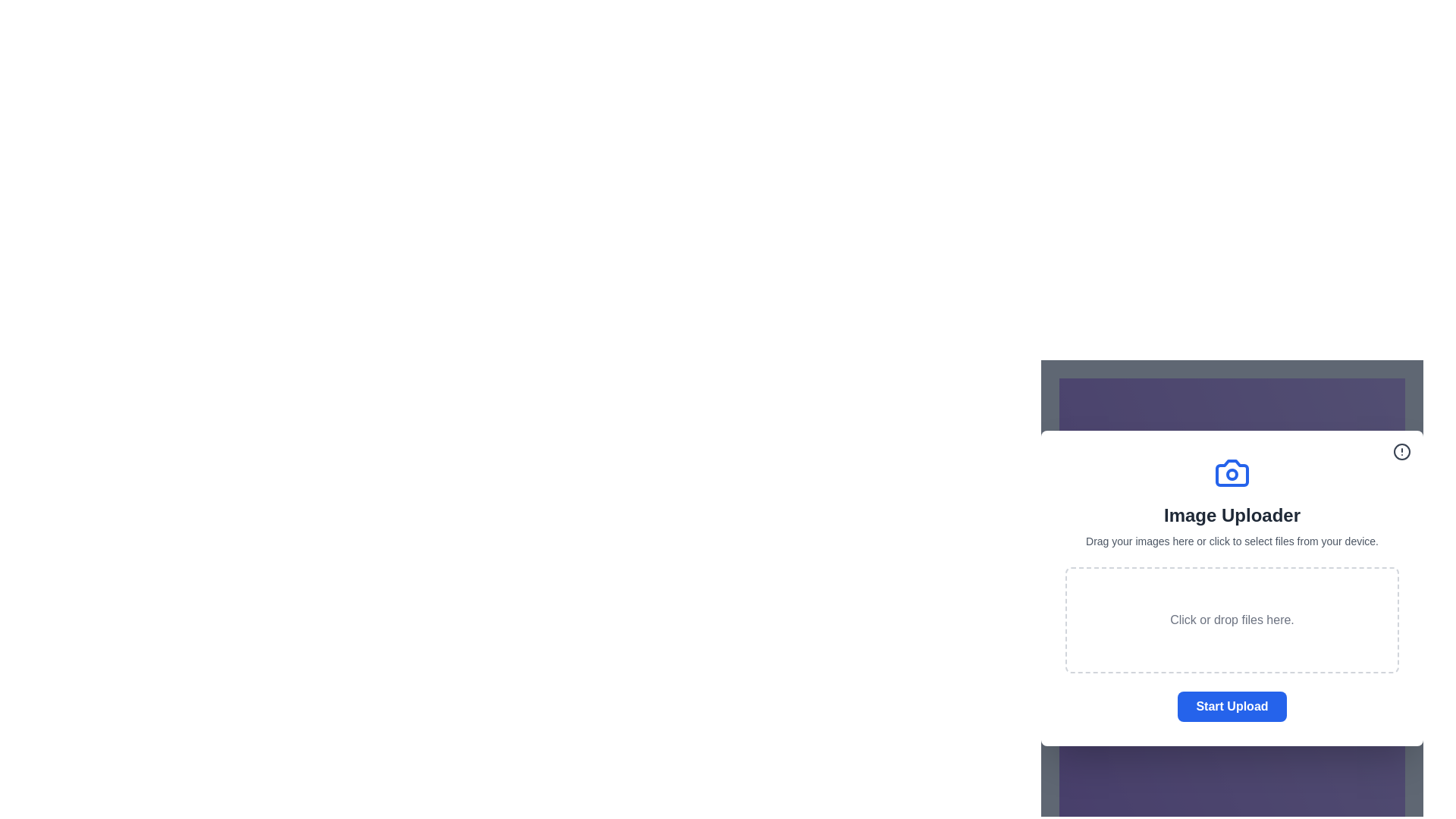 The width and height of the screenshot is (1456, 819). What do you see at coordinates (1232, 472) in the screenshot?
I see `the camera icon located centrally within the image uploader UI section, above the label 'Image Uploader.'` at bounding box center [1232, 472].